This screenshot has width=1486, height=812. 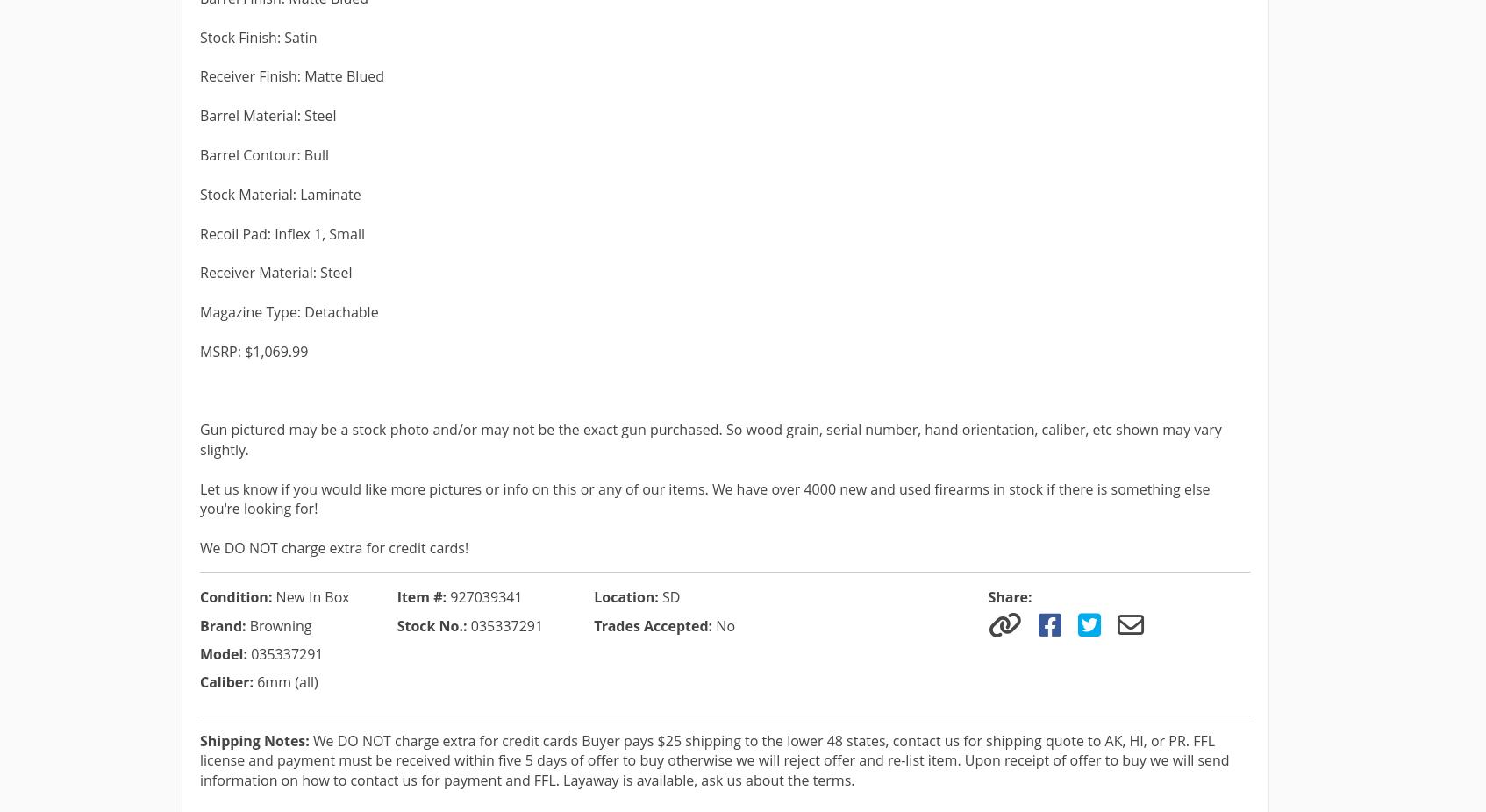 What do you see at coordinates (280, 193) in the screenshot?
I see `'Stock Material: Laminate'` at bounding box center [280, 193].